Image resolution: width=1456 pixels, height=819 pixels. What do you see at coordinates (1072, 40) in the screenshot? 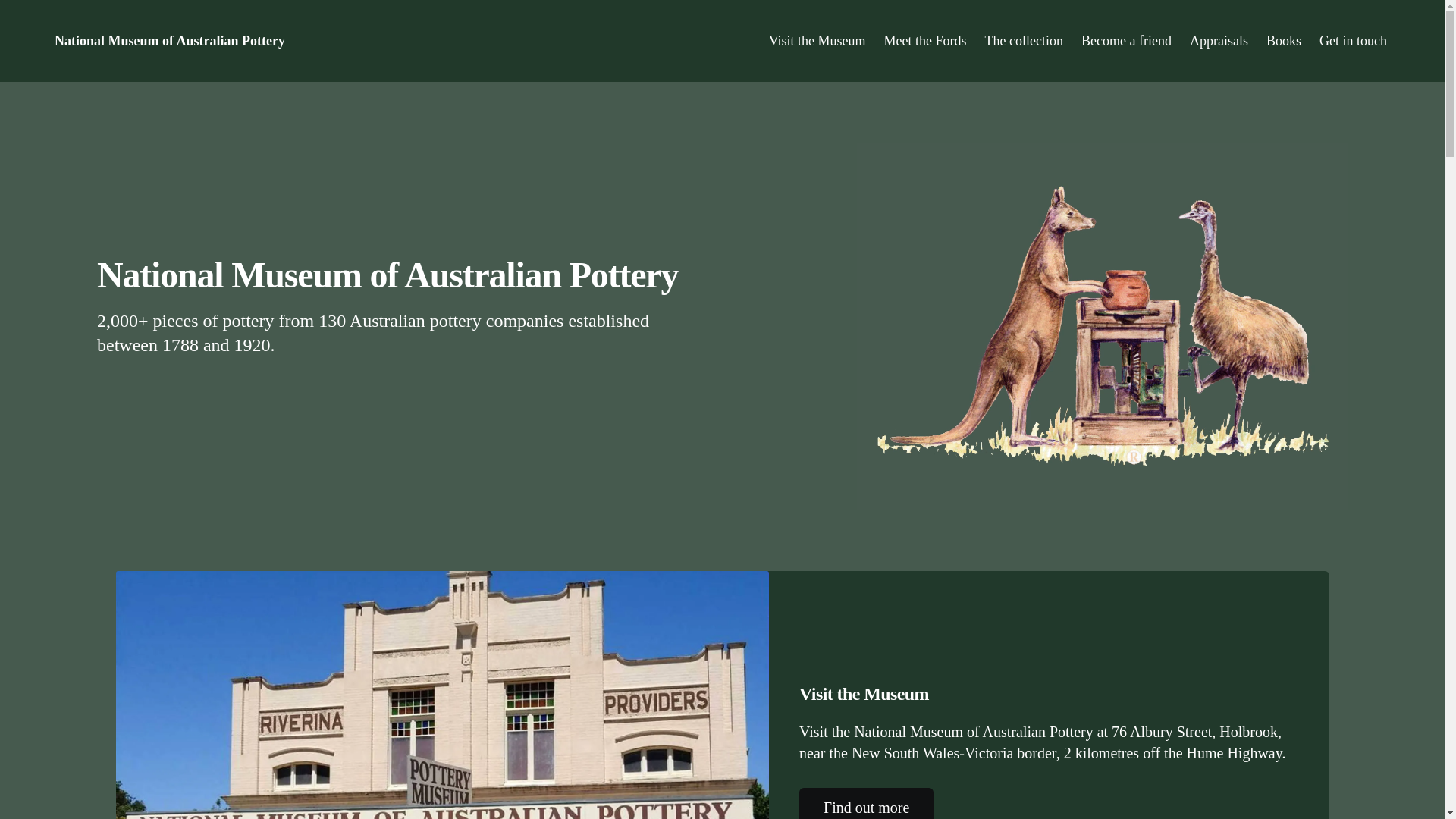
I see `'Become a friend'` at bounding box center [1072, 40].